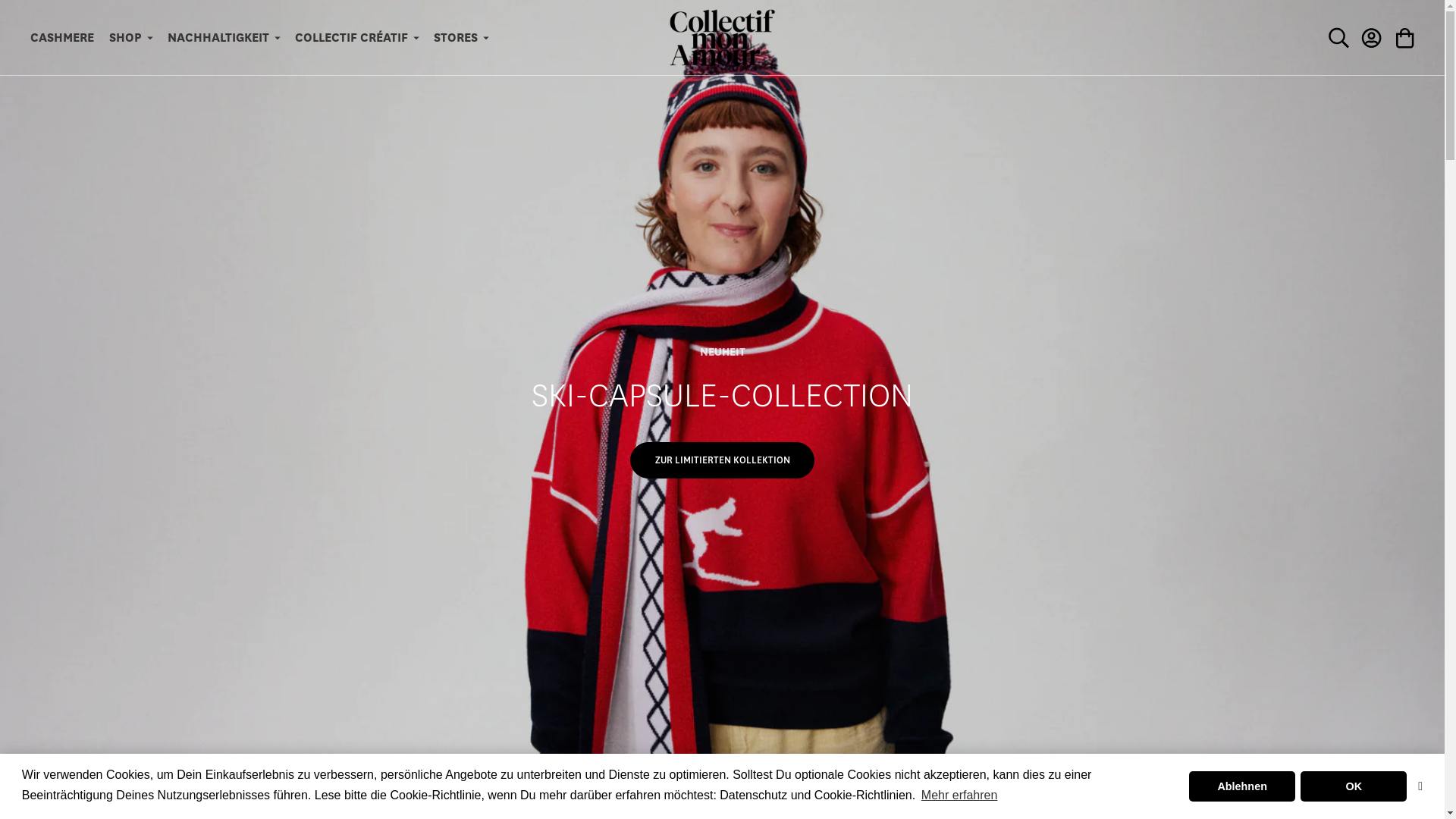 Image resolution: width=1456 pixels, height=819 pixels. Describe the element at coordinates (460, 37) in the screenshot. I see `'STORES'` at that location.